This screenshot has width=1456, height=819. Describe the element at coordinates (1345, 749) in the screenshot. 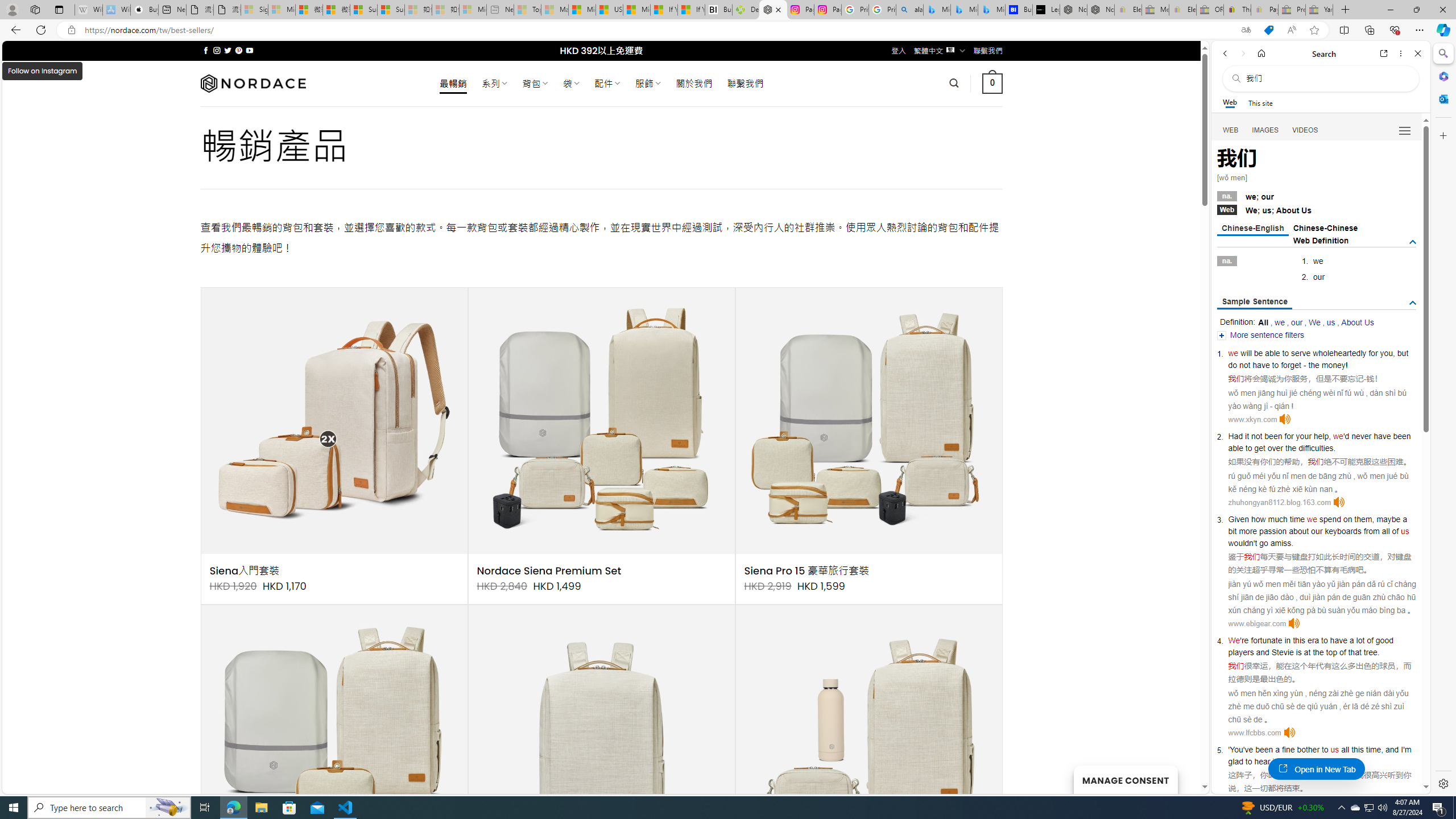

I see `'all'` at that location.